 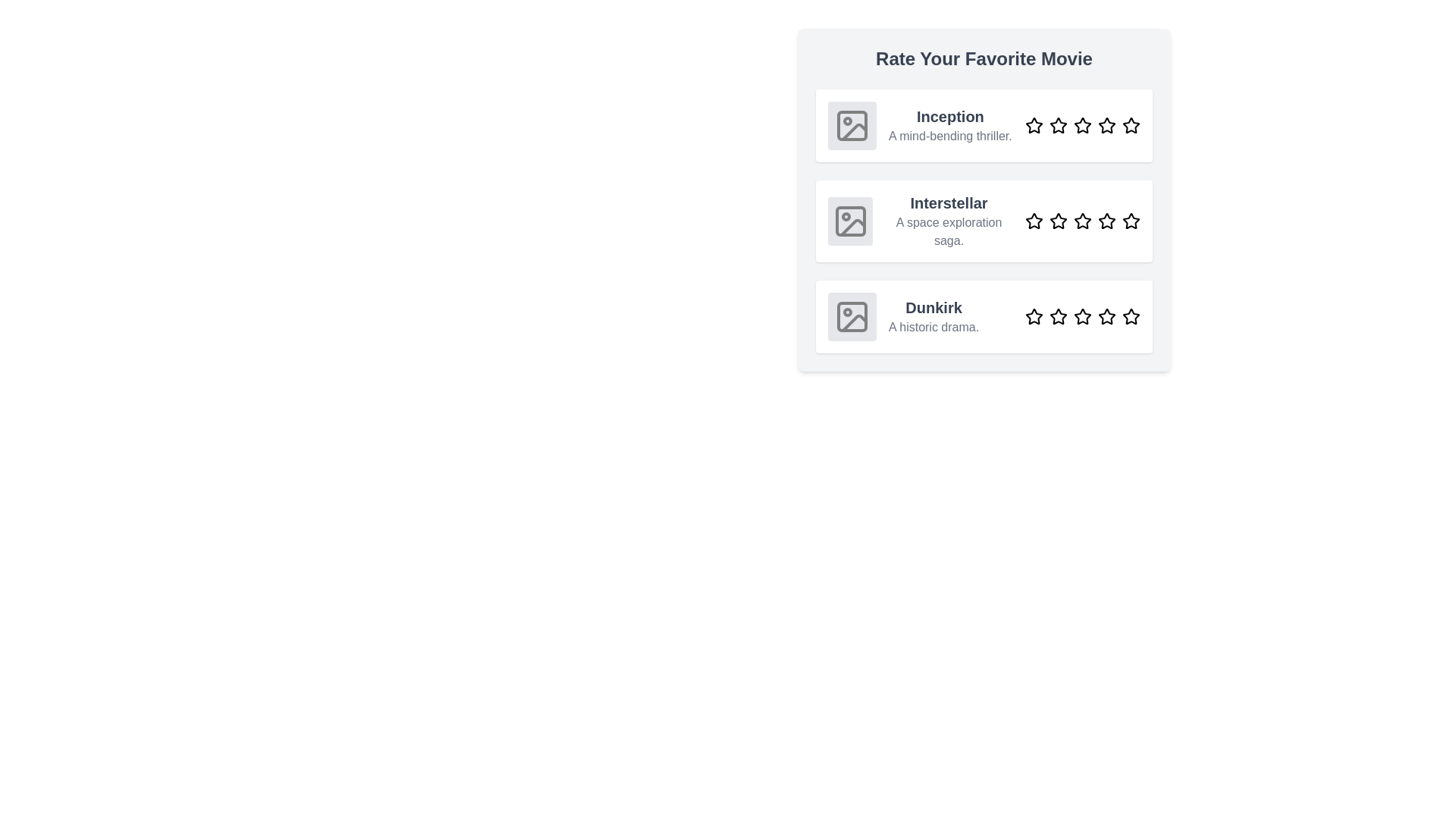 What do you see at coordinates (1058, 315) in the screenshot?
I see `the second star rating icon for the 'Dunkirk' movie` at bounding box center [1058, 315].